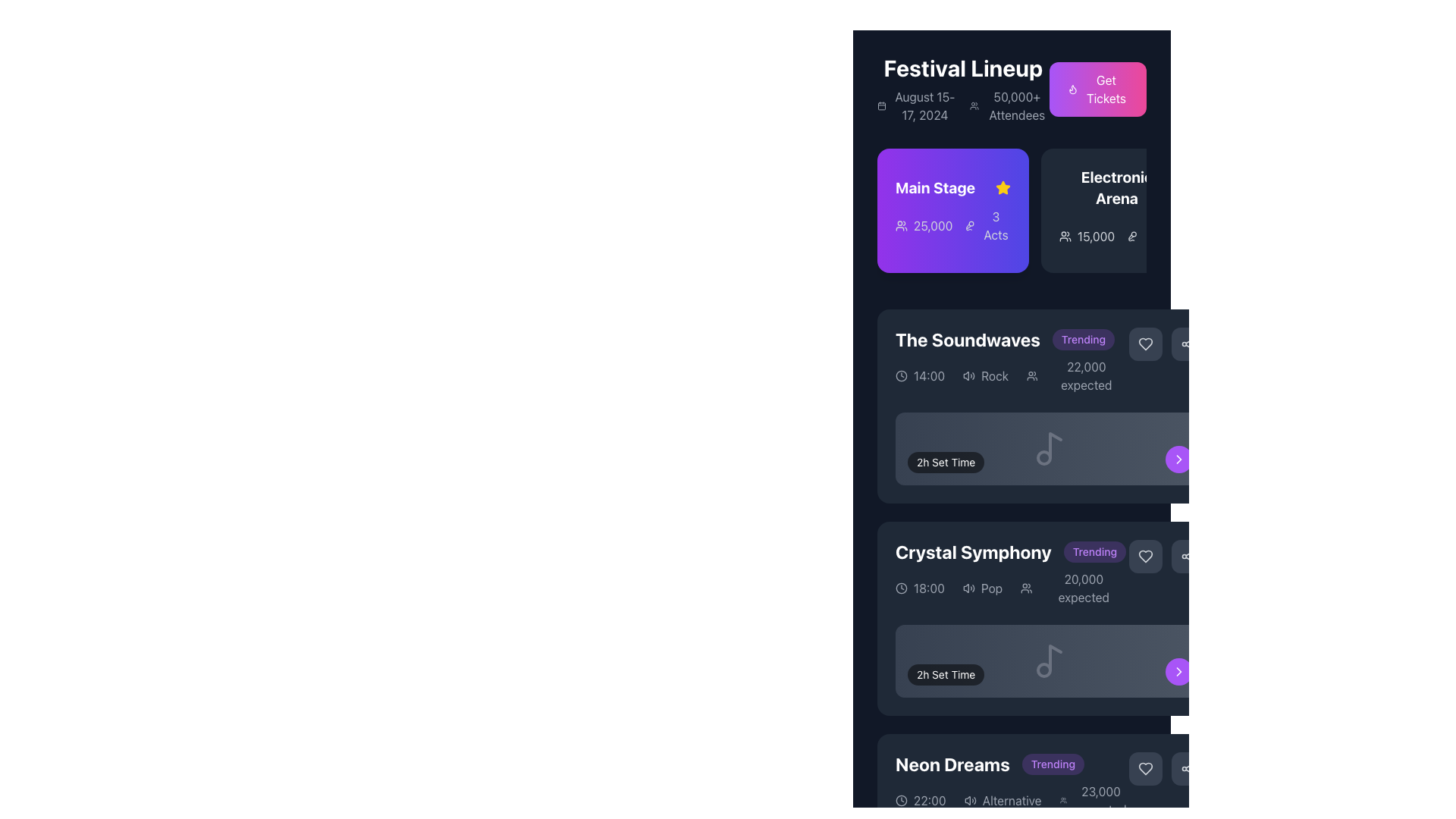 The width and height of the screenshot is (1456, 819). What do you see at coordinates (1026, 587) in the screenshot?
I see `the user icon located in the 'Crystal Symphony' section, adjacent to the expected audience count of '20,000 expected', for accessibility purposes` at bounding box center [1026, 587].